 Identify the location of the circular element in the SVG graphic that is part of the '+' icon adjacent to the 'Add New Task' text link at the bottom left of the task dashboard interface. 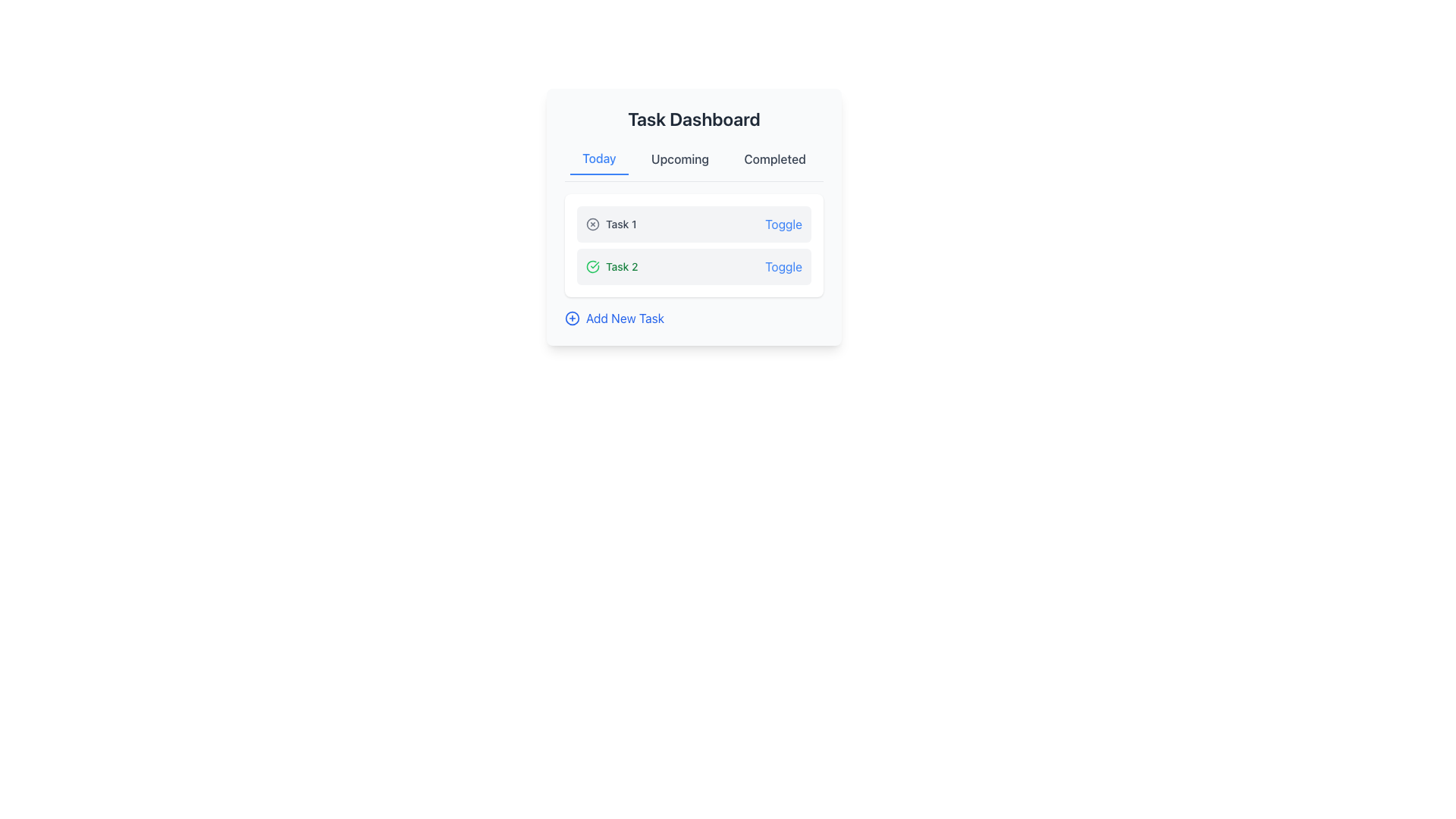
(571, 318).